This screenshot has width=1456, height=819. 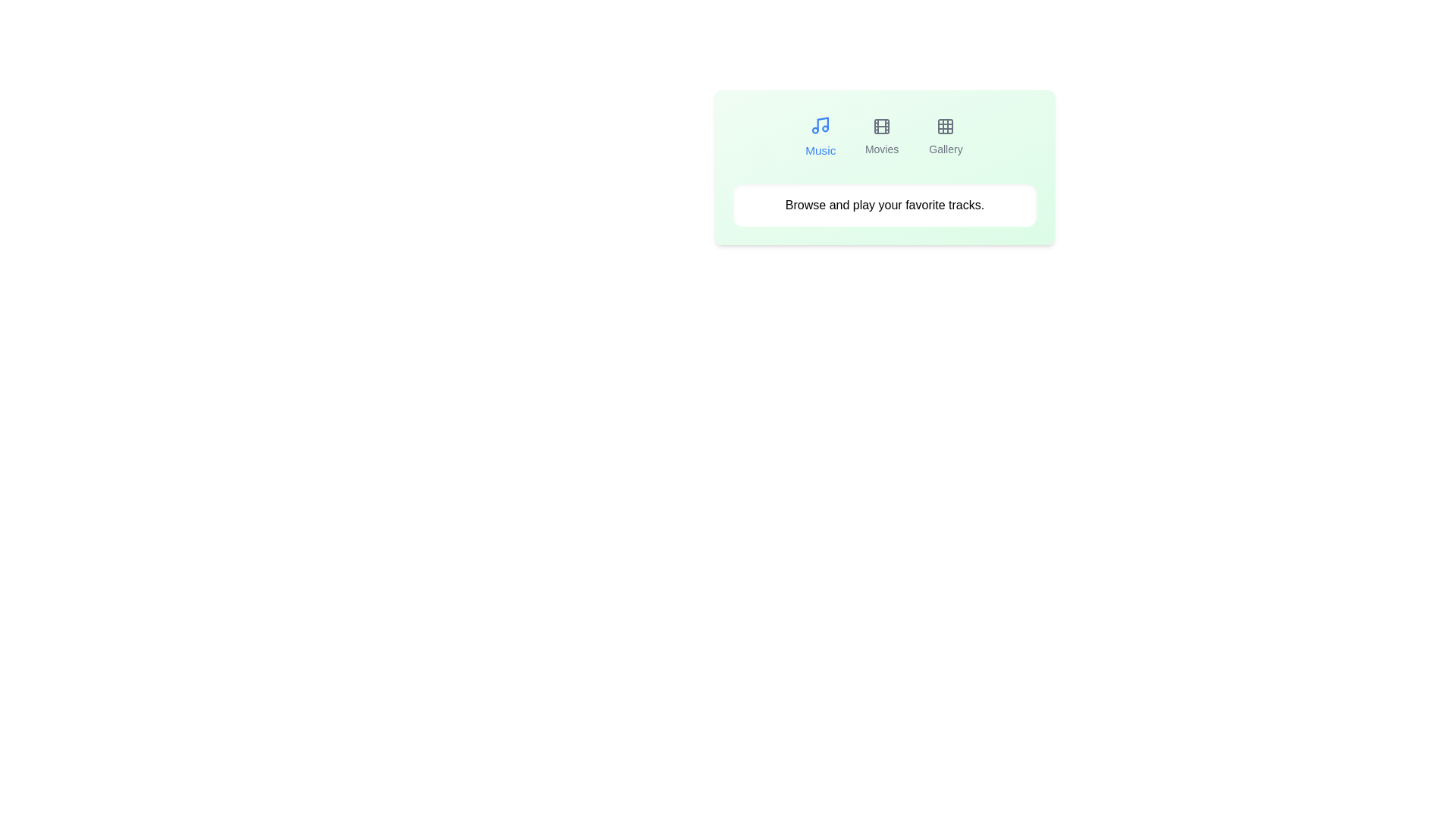 What do you see at coordinates (945, 137) in the screenshot?
I see `the tab button labeled Gallery` at bounding box center [945, 137].